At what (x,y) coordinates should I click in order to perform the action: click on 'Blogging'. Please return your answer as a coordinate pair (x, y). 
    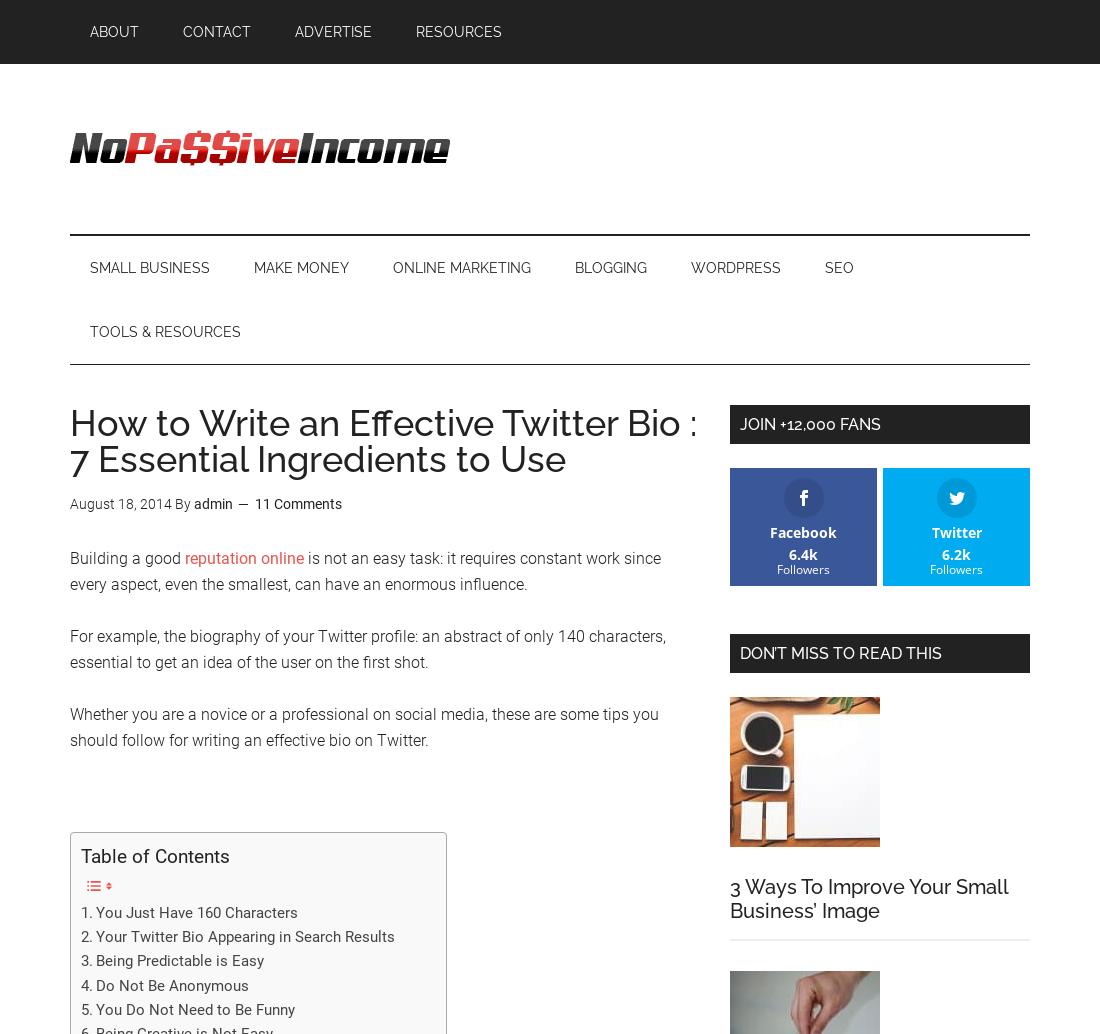
    Looking at the image, I should click on (610, 267).